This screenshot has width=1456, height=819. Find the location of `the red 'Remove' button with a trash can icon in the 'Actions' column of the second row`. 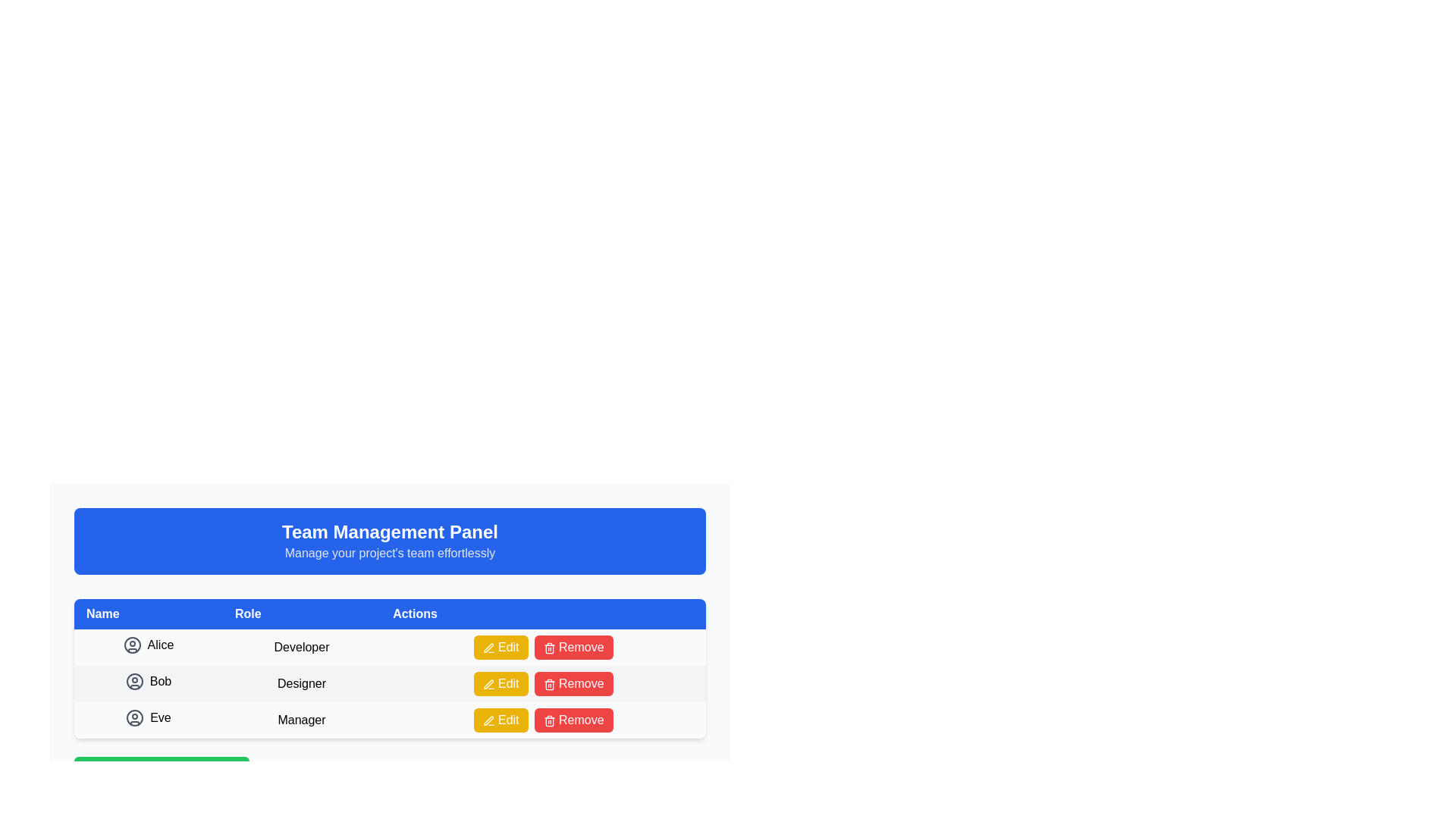

the red 'Remove' button with a trash can icon in the 'Actions' column of the second row is located at coordinates (573, 684).